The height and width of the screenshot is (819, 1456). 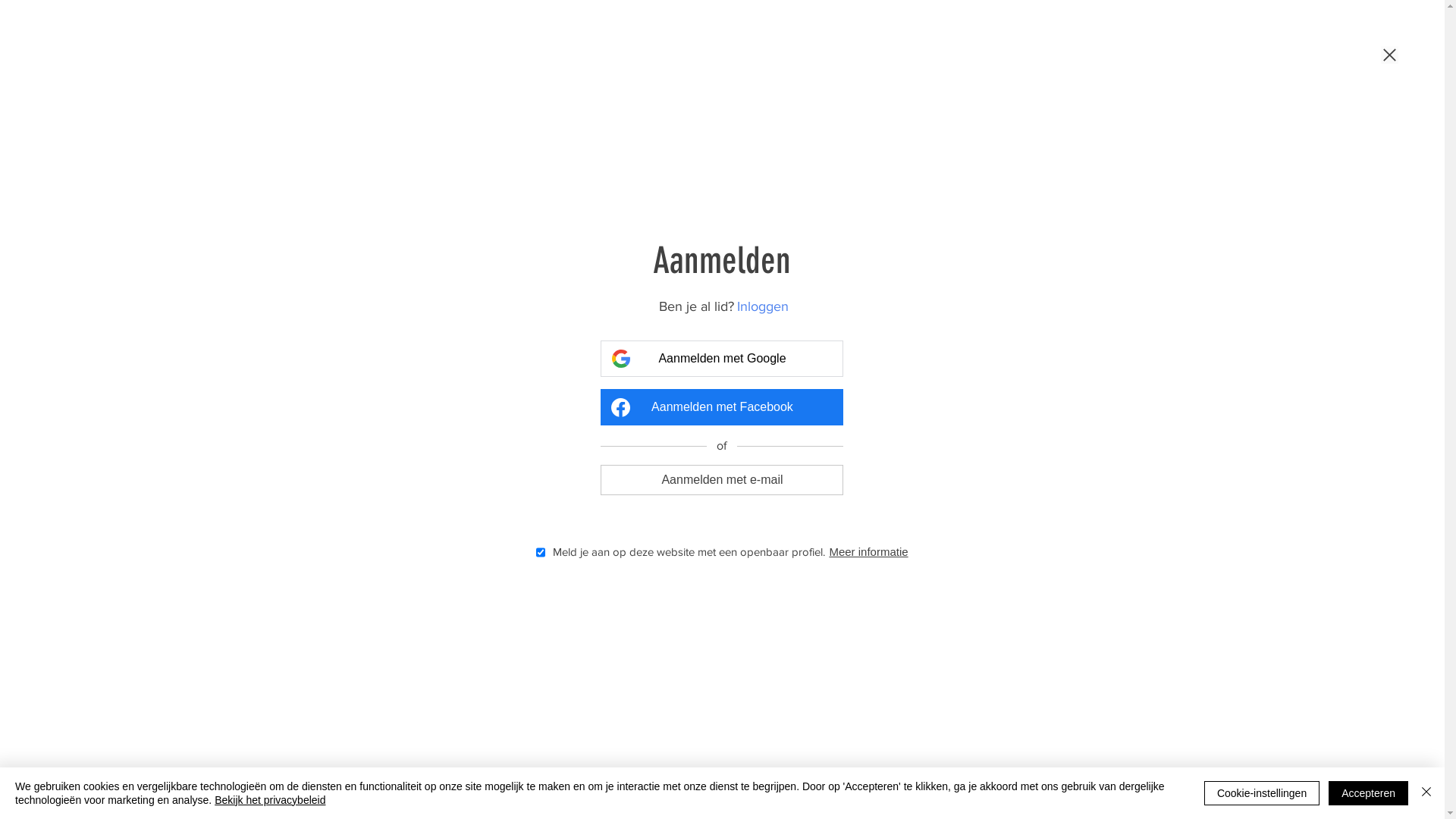 What do you see at coordinates (764, 306) in the screenshot?
I see `'Inloggen'` at bounding box center [764, 306].